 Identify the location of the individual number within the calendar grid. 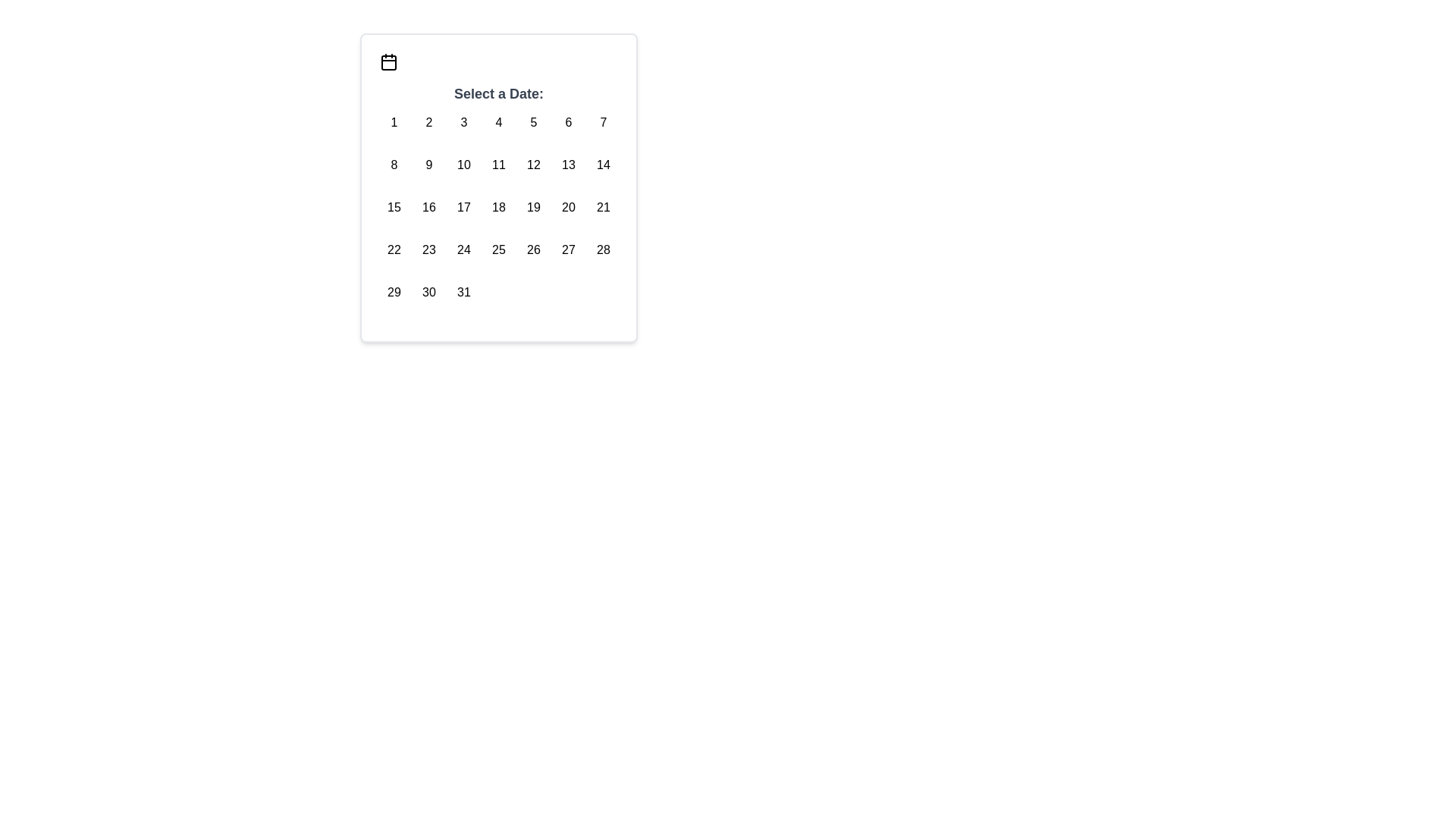
(498, 207).